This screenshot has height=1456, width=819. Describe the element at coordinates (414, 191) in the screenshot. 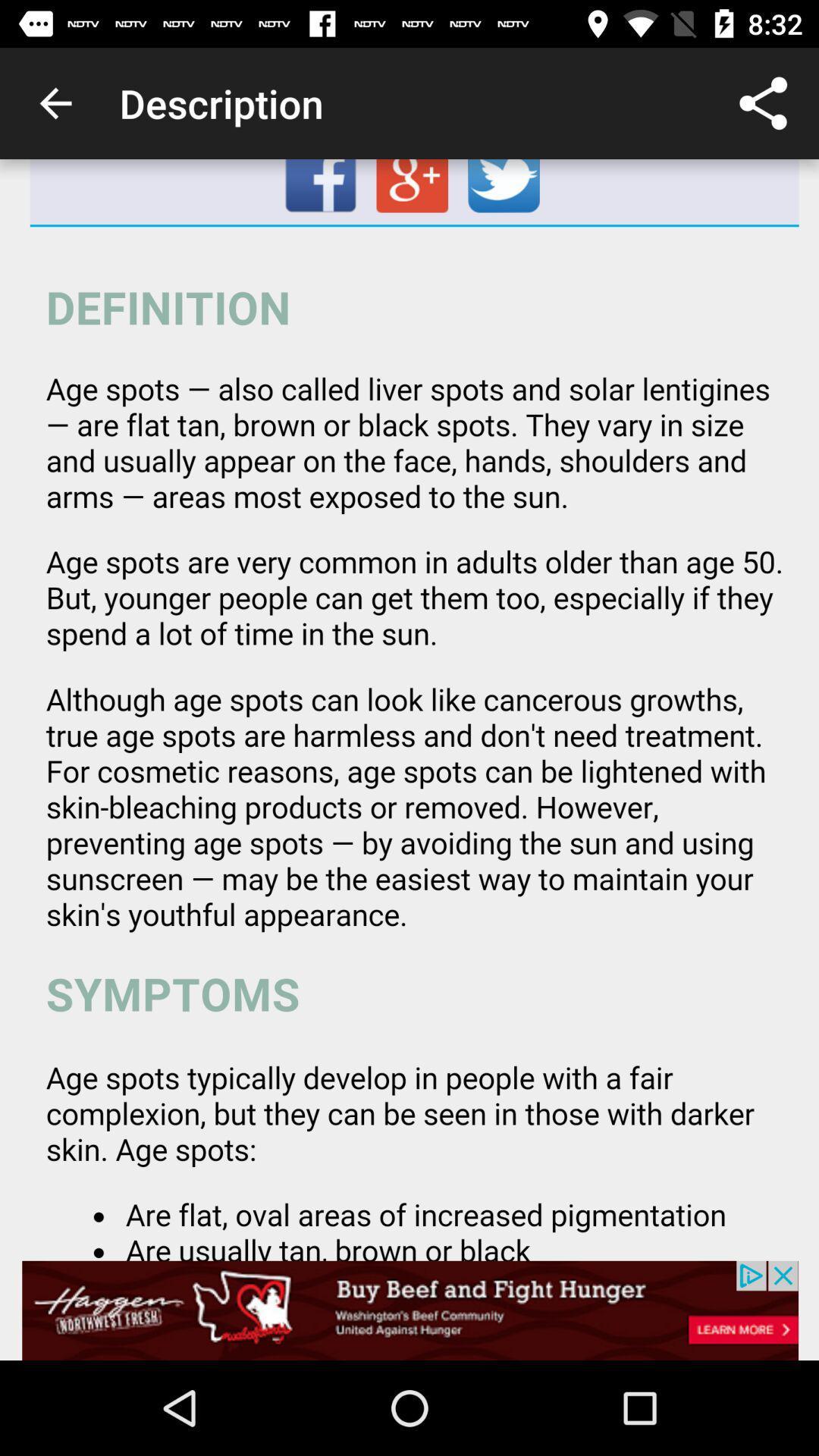

I see `google` at that location.